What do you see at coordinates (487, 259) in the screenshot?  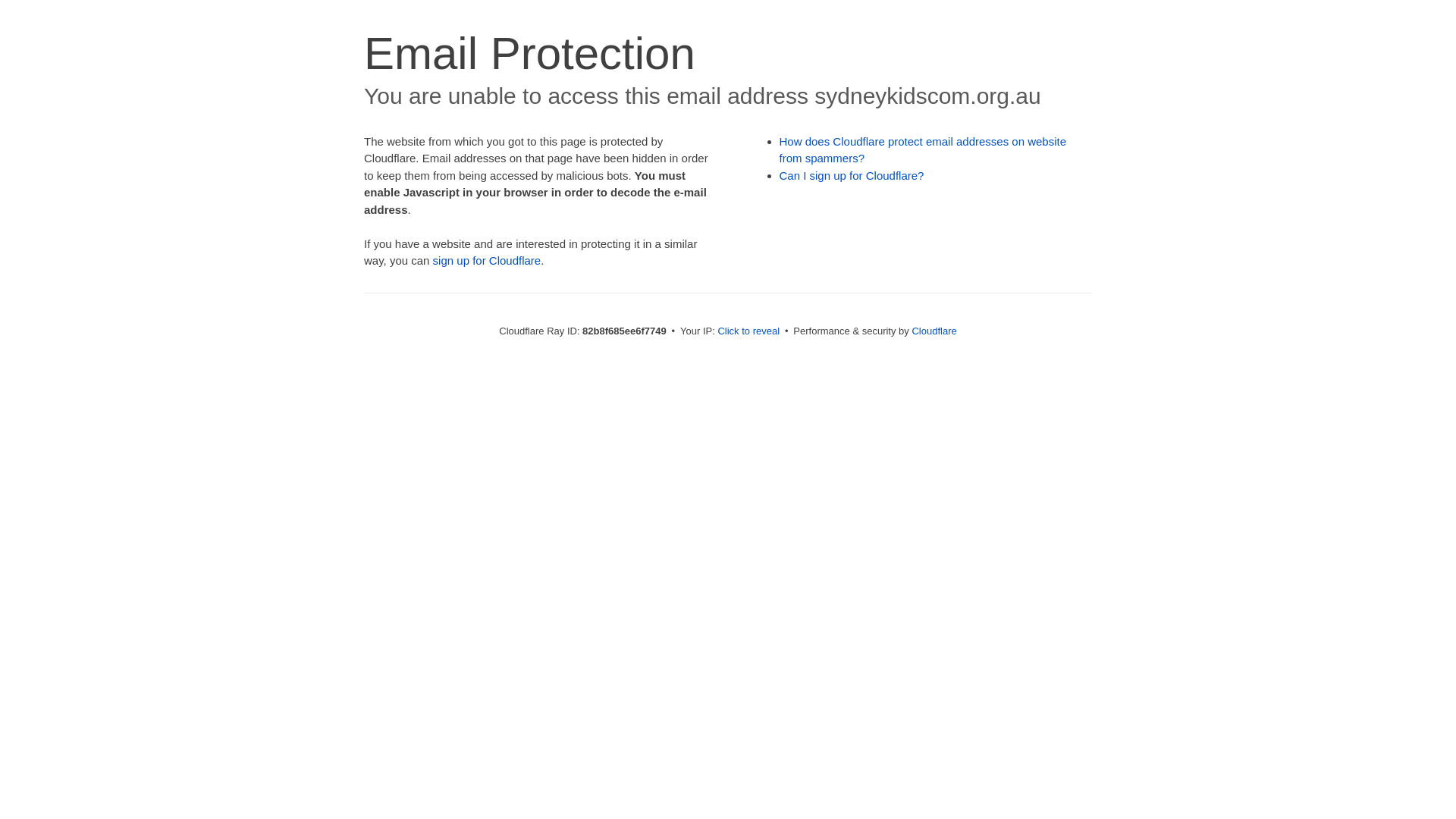 I see `'sign up for Cloudflare'` at bounding box center [487, 259].